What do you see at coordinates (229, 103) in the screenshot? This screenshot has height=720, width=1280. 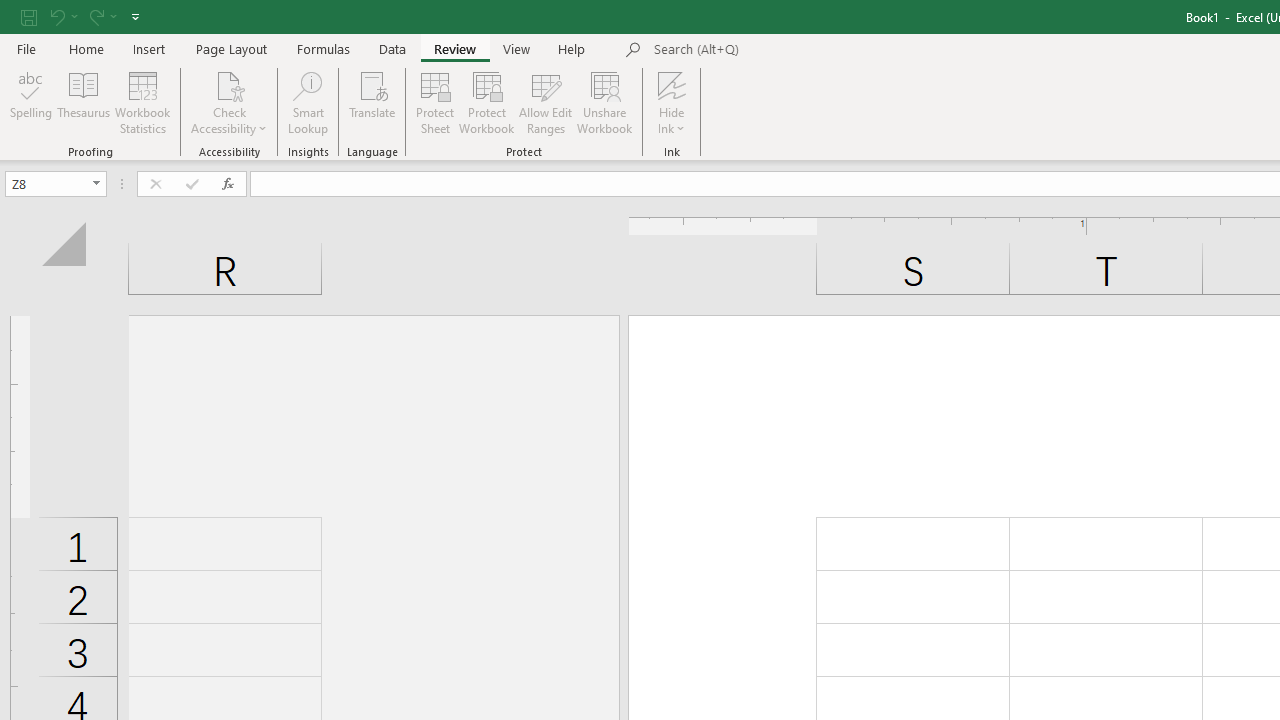 I see `'Check Accessibility'` at bounding box center [229, 103].